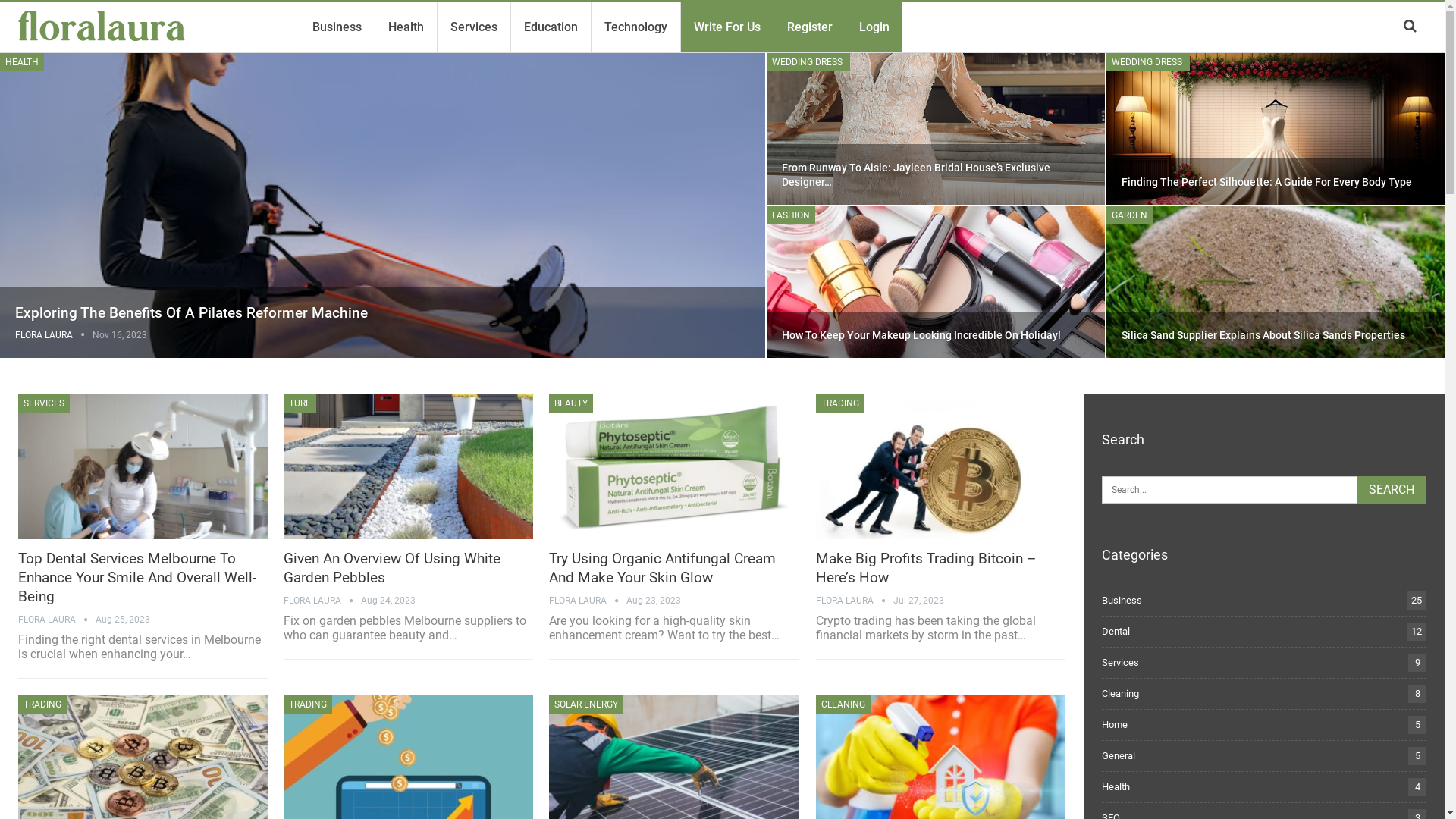 The width and height of the screenshot is (1456, 819). Describe the element at coordinates (550, 27) in the screenshot. I see `'Education'` at that location.